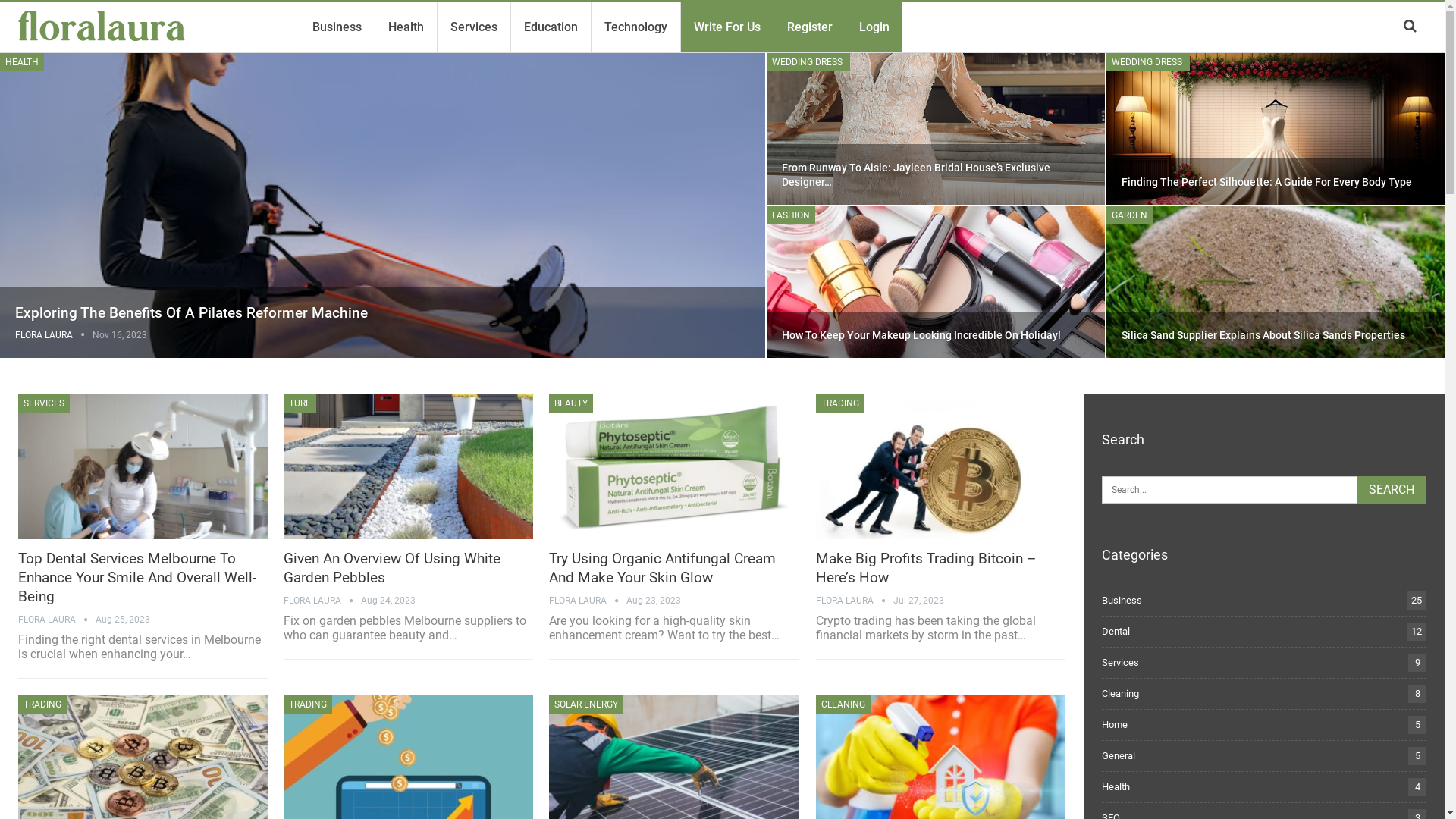 The width and height of the screenshot is (1456, 819). Describe the element at coordinates (550, 27) in the screenshot. I see `'Education'` at that location.